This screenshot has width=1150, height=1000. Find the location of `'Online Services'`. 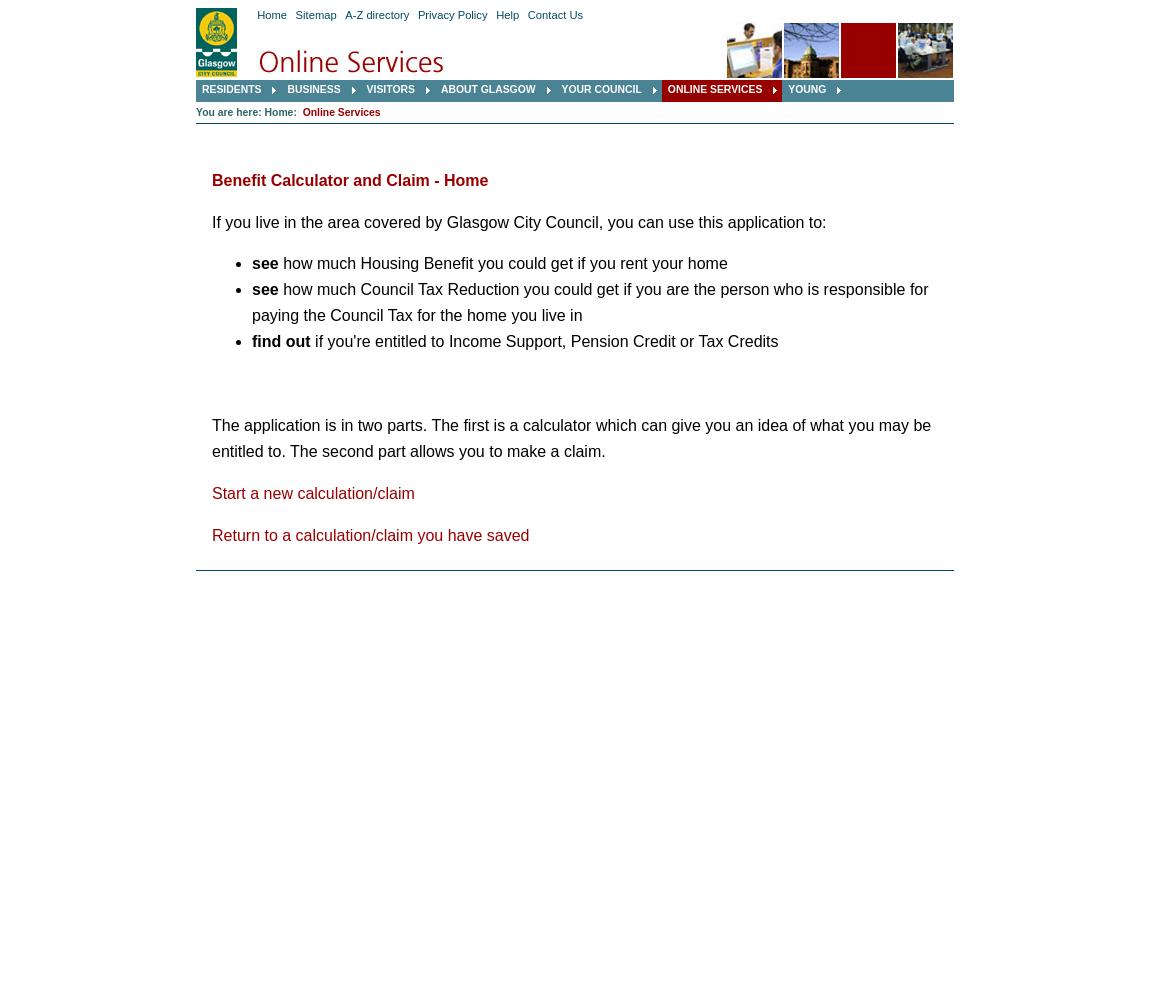

'Online Services' is located at coordinates (340, 111).